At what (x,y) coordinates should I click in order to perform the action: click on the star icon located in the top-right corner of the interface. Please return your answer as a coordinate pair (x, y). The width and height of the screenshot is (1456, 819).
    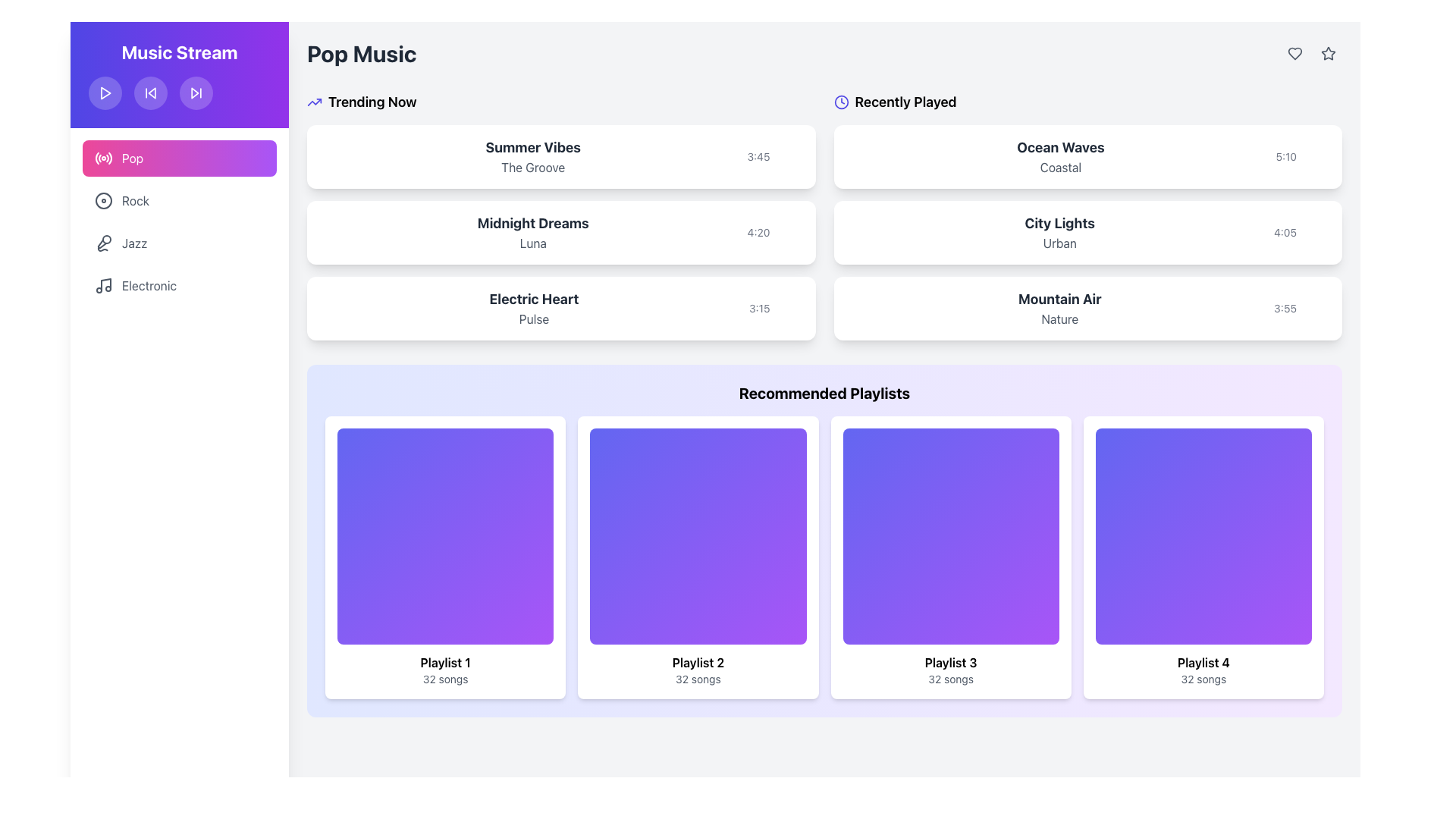
    Looking at the image, I should click on (1327, 52).